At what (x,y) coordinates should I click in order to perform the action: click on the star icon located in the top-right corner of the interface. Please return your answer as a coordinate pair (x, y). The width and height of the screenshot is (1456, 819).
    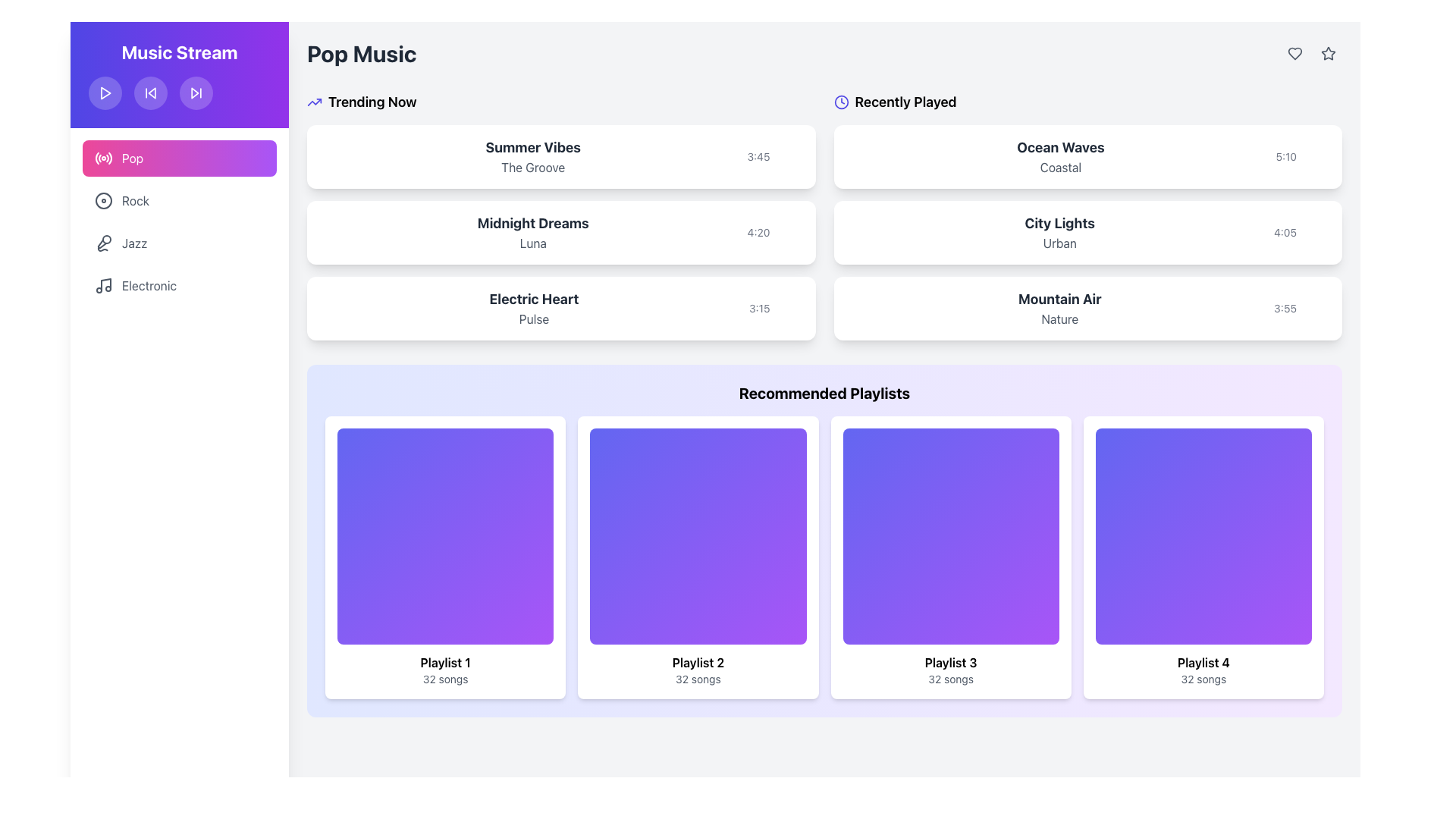
    Looking at the image, I should click on (1327, 52).